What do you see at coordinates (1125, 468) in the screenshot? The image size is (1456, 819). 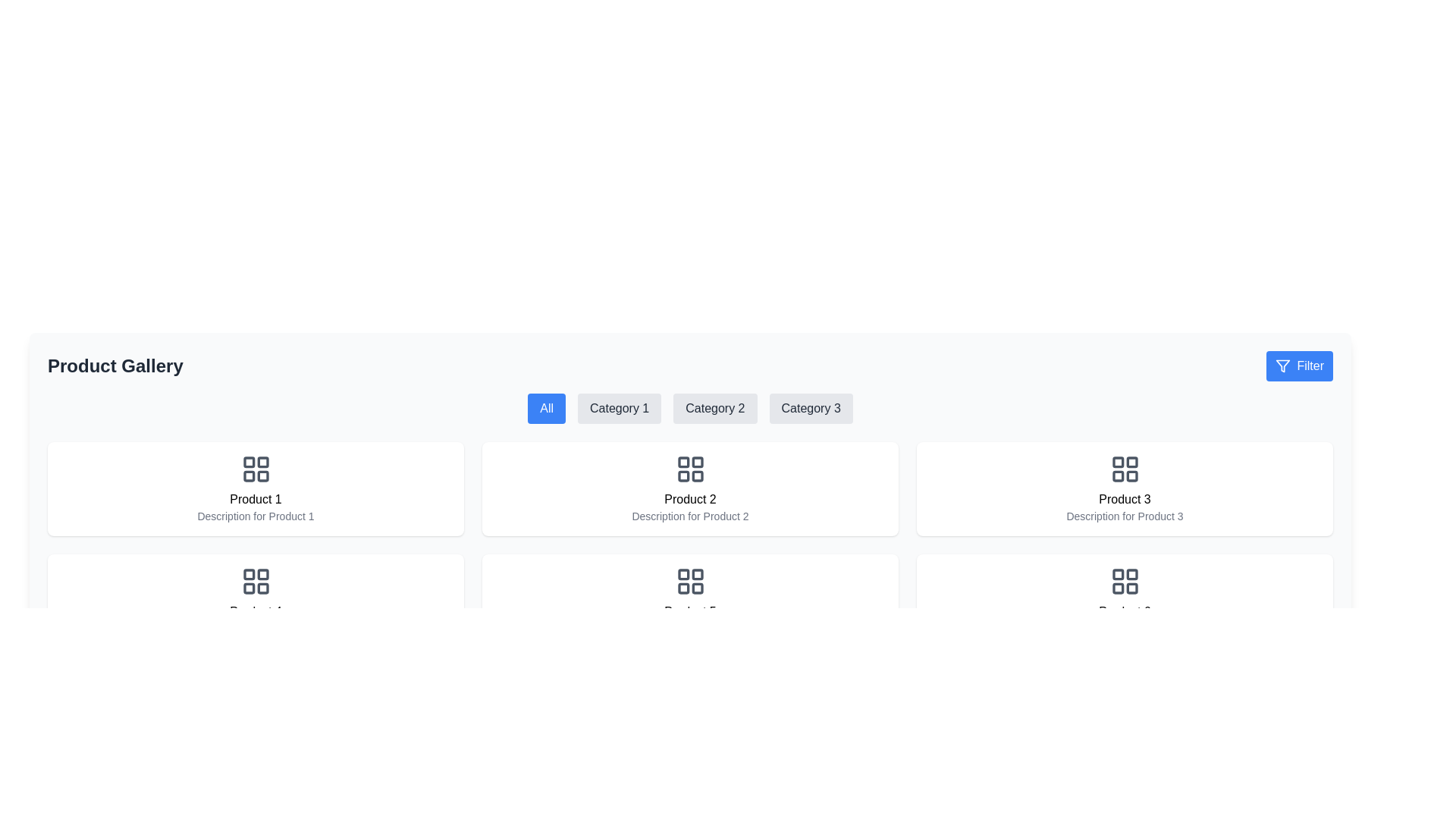 I see `the grid icon at the top center of the 'Product 3' card` at bounding box center [1125, 468].